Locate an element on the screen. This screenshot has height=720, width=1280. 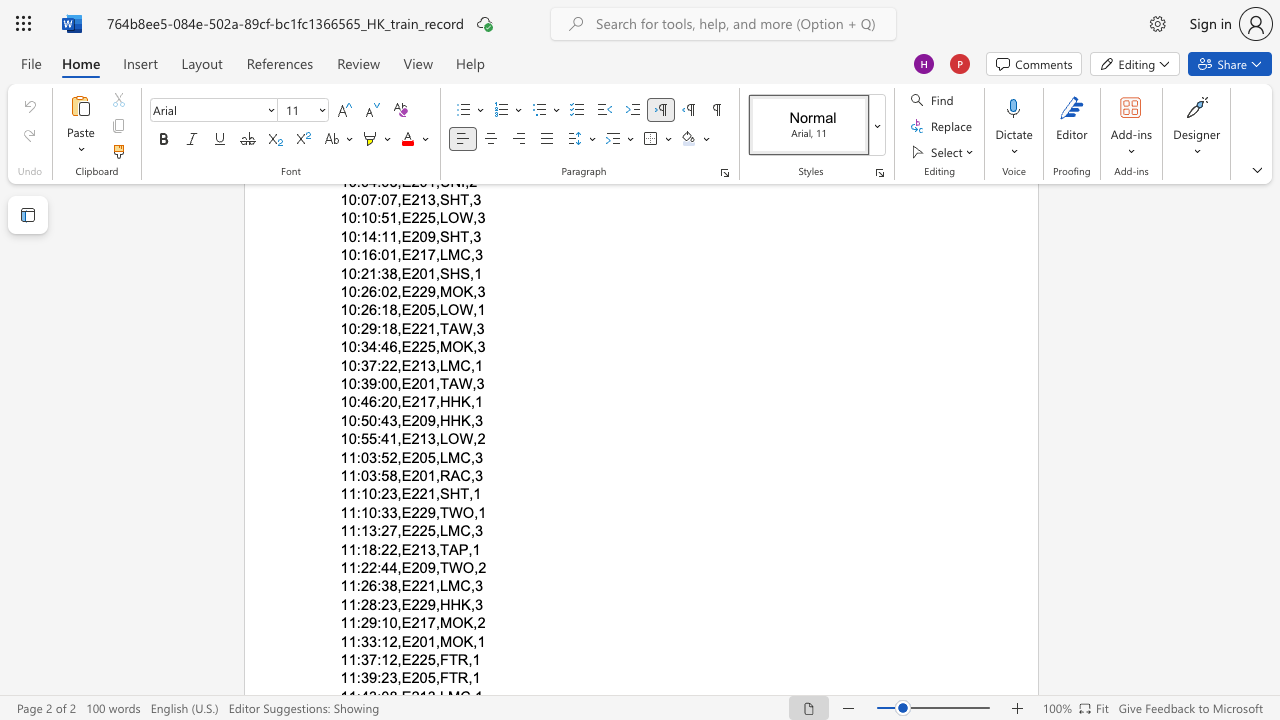
the subset text "29,HHK" within the text "11:28:23,E229,HHK,3" is located at coordinates (418, 603).